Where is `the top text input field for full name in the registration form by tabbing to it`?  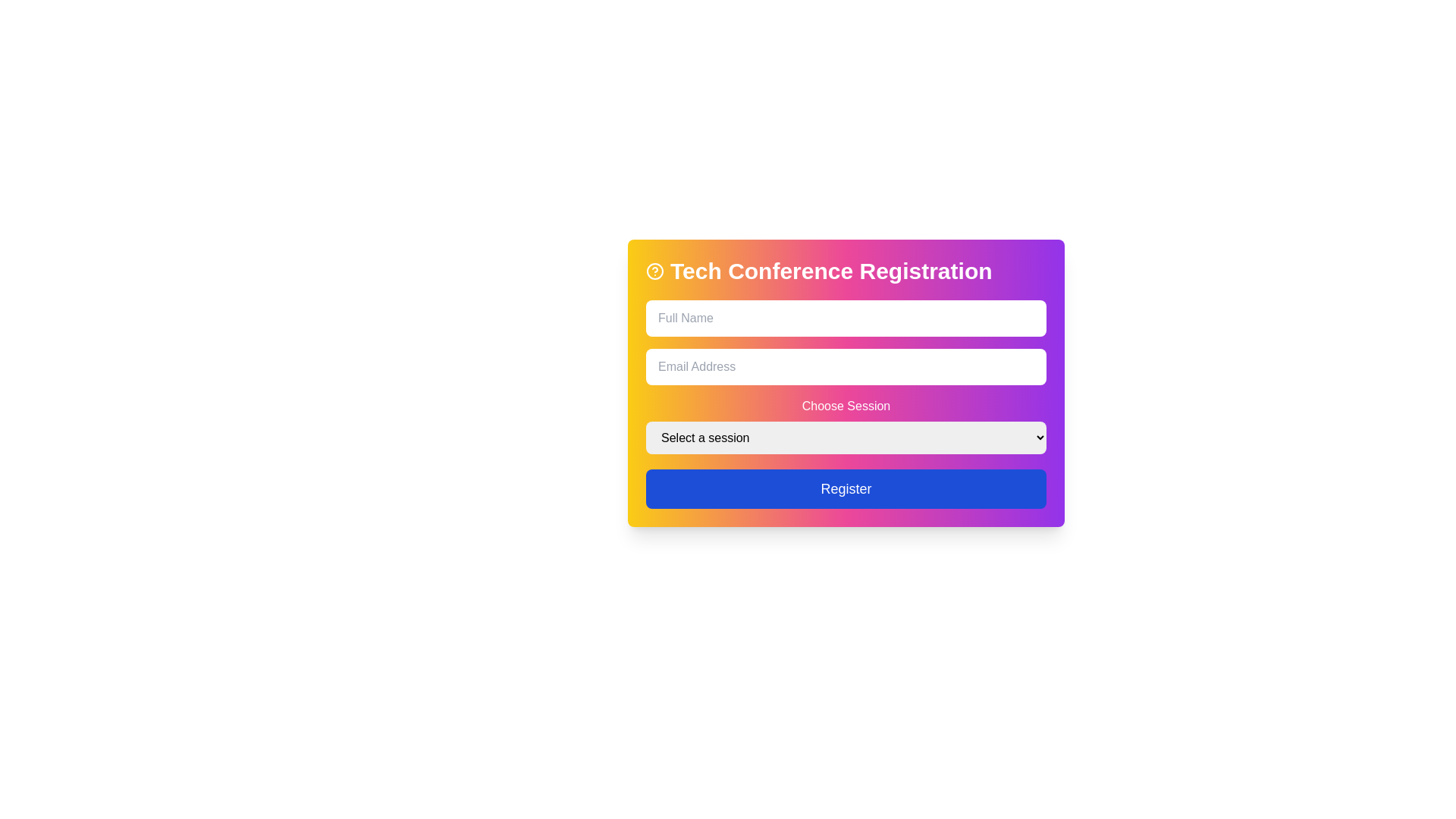 the top text input field for full name in the registration form by tabbing to it is located at coordinates (846, 318).